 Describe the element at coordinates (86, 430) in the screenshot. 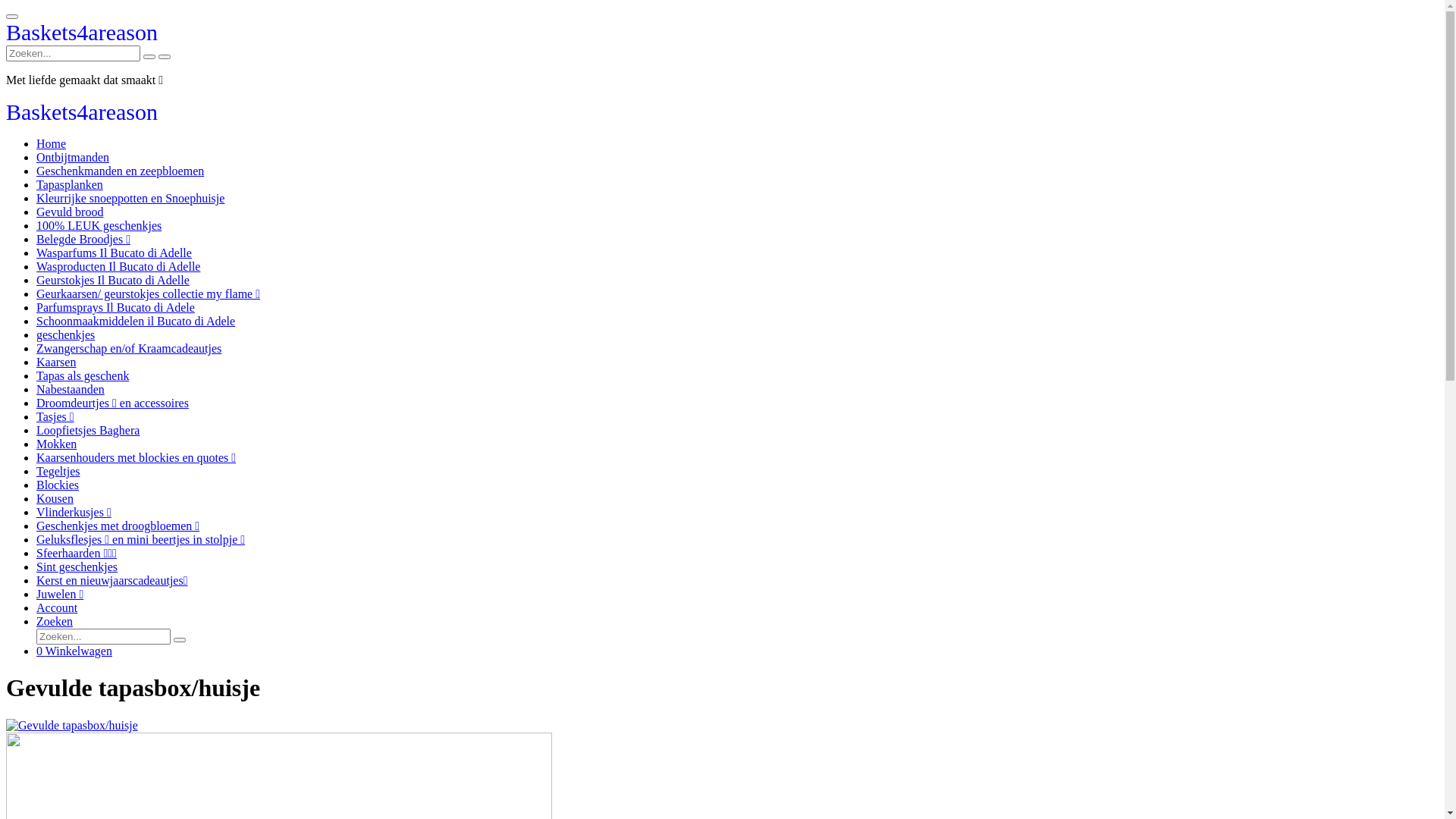

I see `'Loopfietsjes Baghera'` at that location.